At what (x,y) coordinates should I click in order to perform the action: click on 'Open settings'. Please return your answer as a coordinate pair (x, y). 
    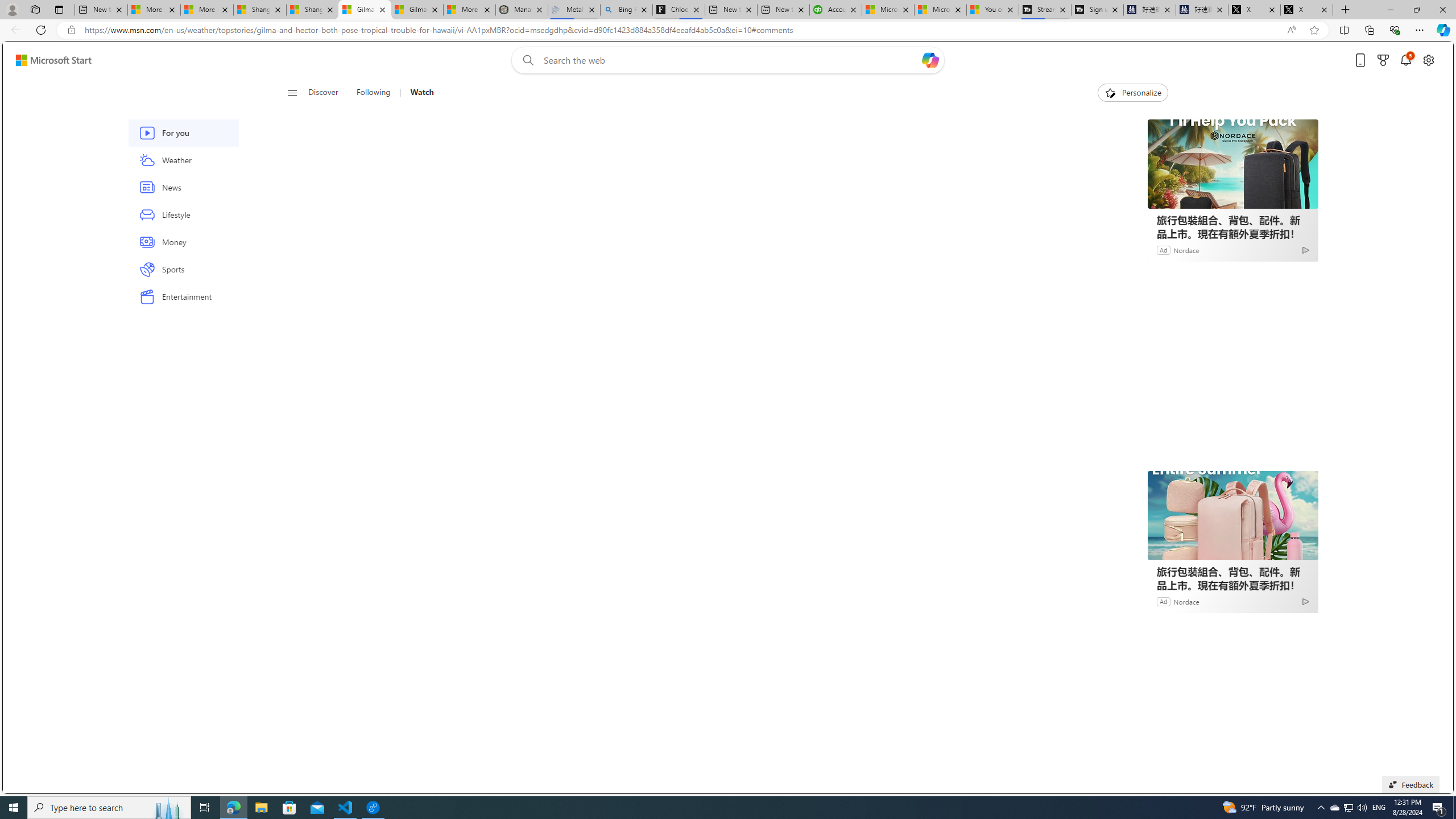
    Looking at the image, I should click on (1428, 60).